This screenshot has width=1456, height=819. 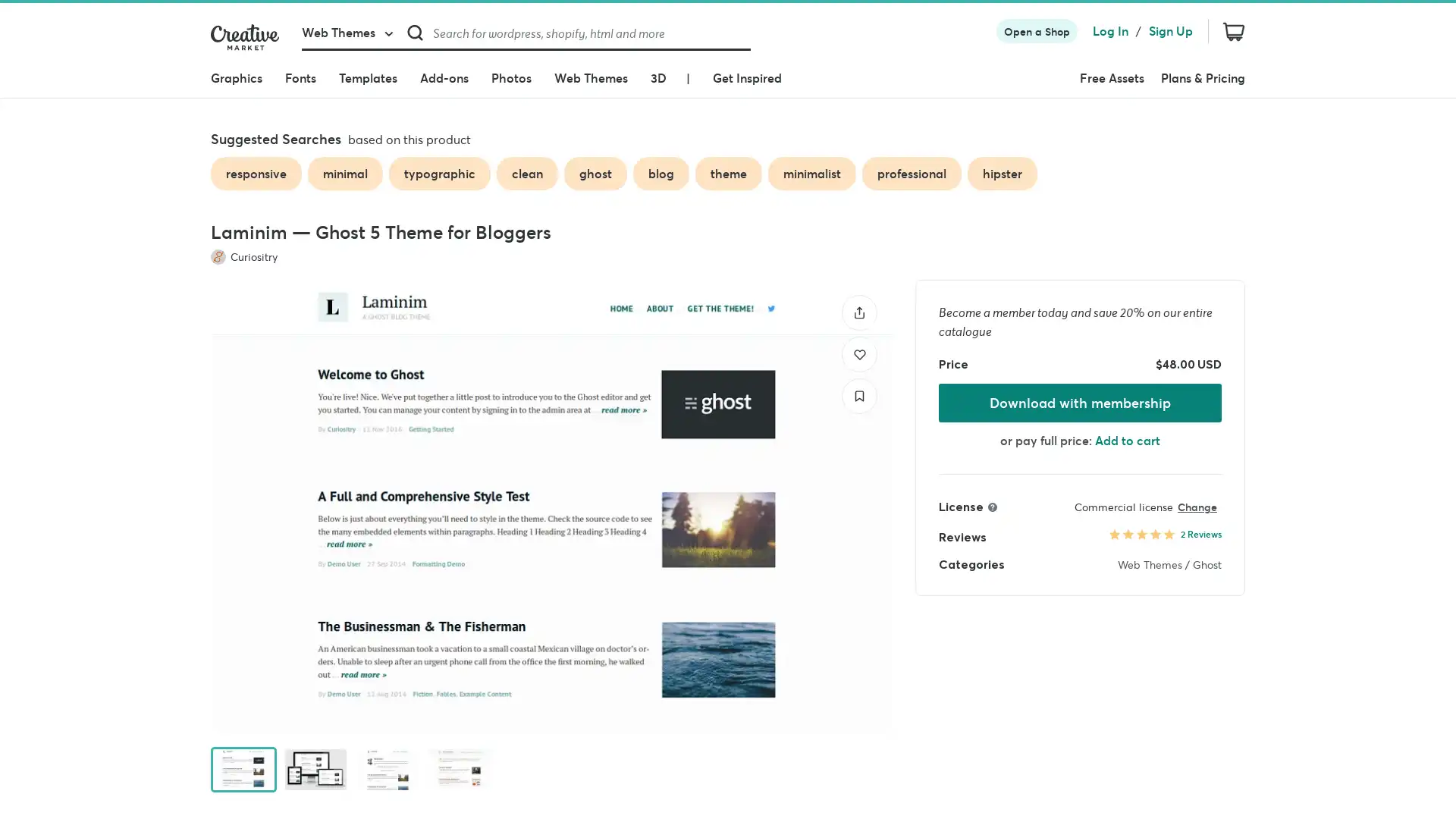 I want to click on Change license, so click(x=1196, y=507).